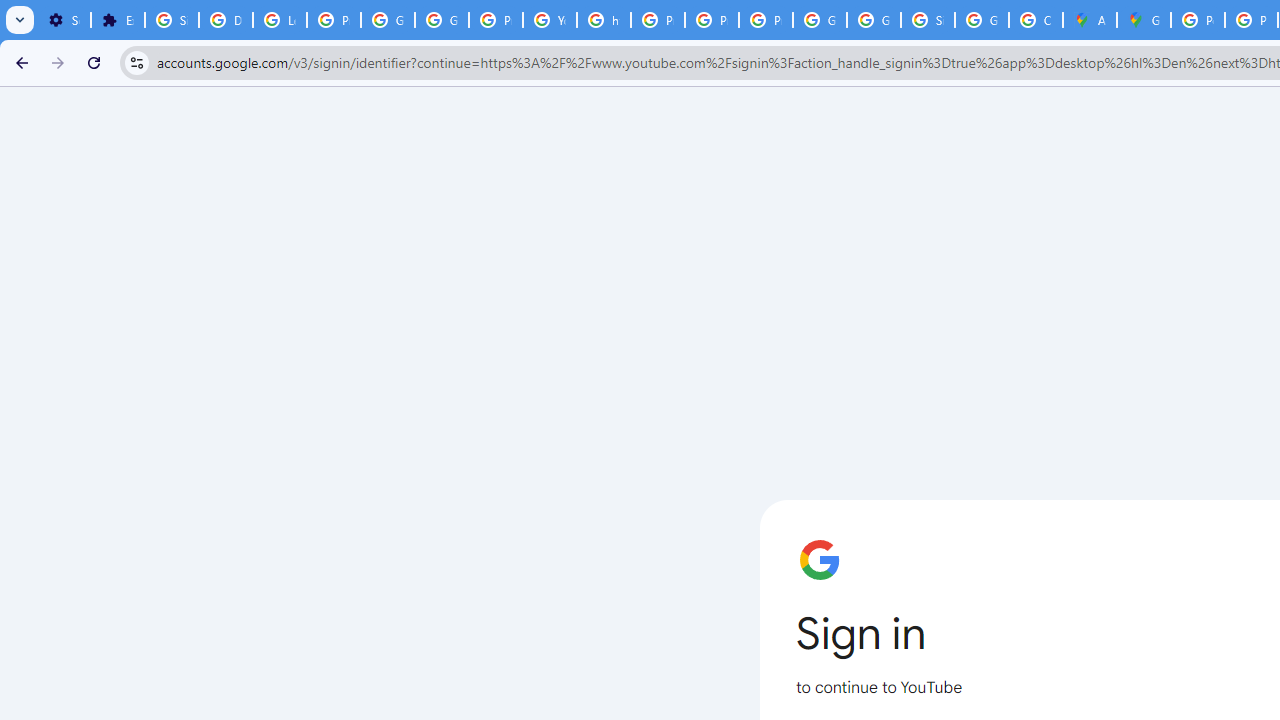  Describe the element at coordinates (387, 20) in the screenshot. I see `'Google Account Help'` at that location.